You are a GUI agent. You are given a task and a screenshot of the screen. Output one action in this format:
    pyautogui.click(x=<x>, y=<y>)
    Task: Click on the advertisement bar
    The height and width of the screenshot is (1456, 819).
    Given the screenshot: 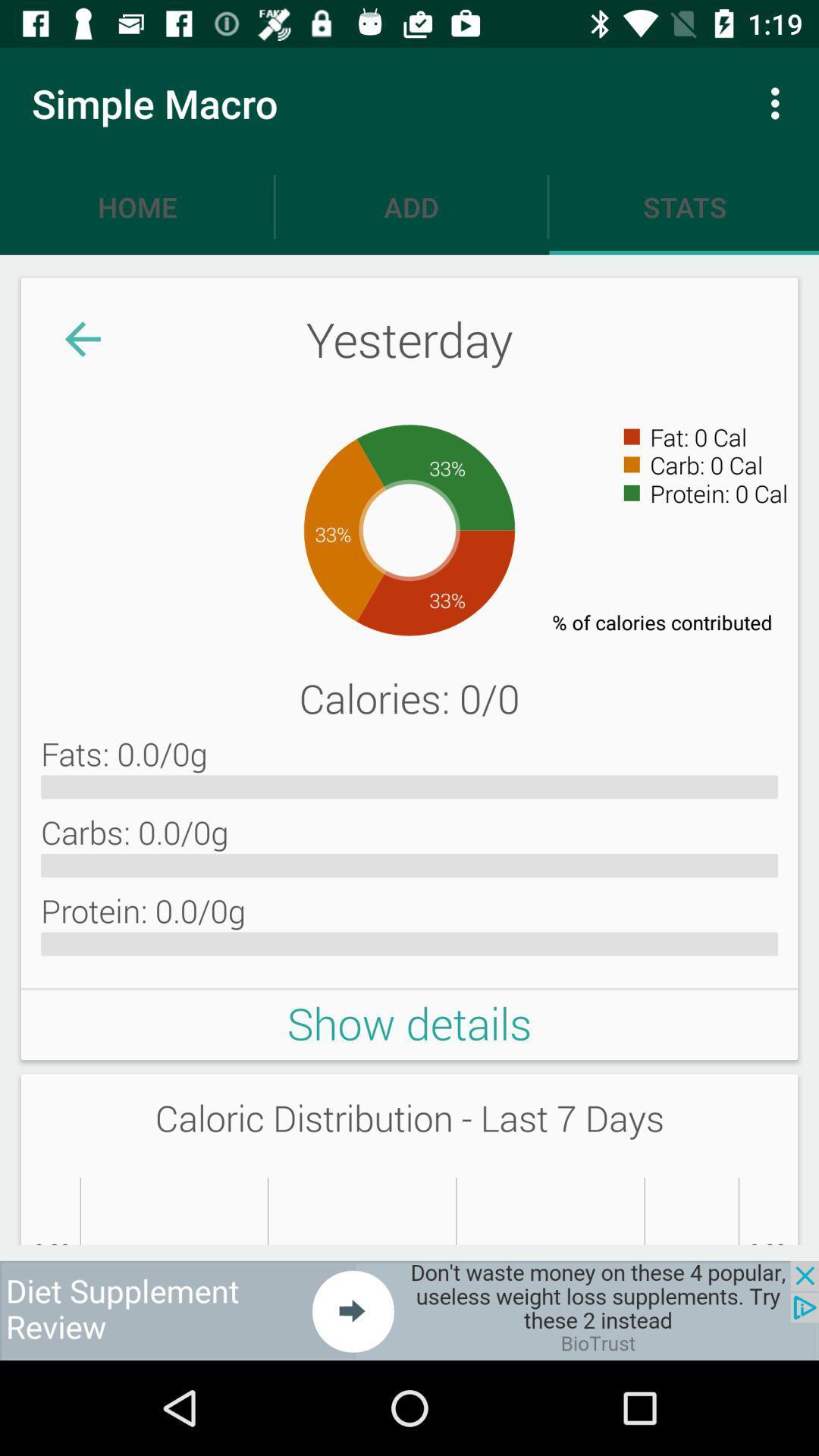 What is the action you would take?
    pyautogui.click(x=409, y=1310)
    